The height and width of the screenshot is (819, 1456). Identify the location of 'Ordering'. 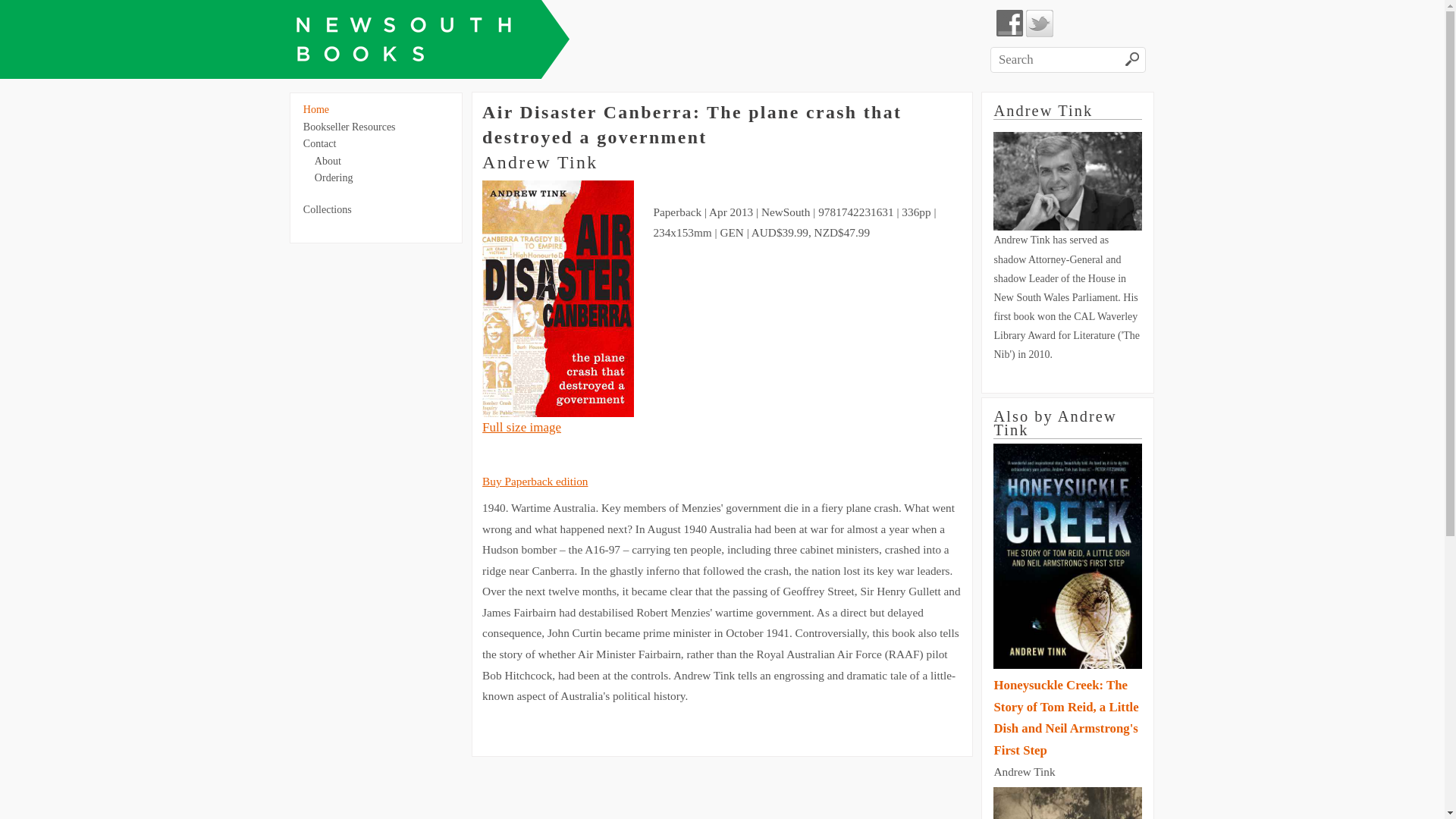
(313, 177).